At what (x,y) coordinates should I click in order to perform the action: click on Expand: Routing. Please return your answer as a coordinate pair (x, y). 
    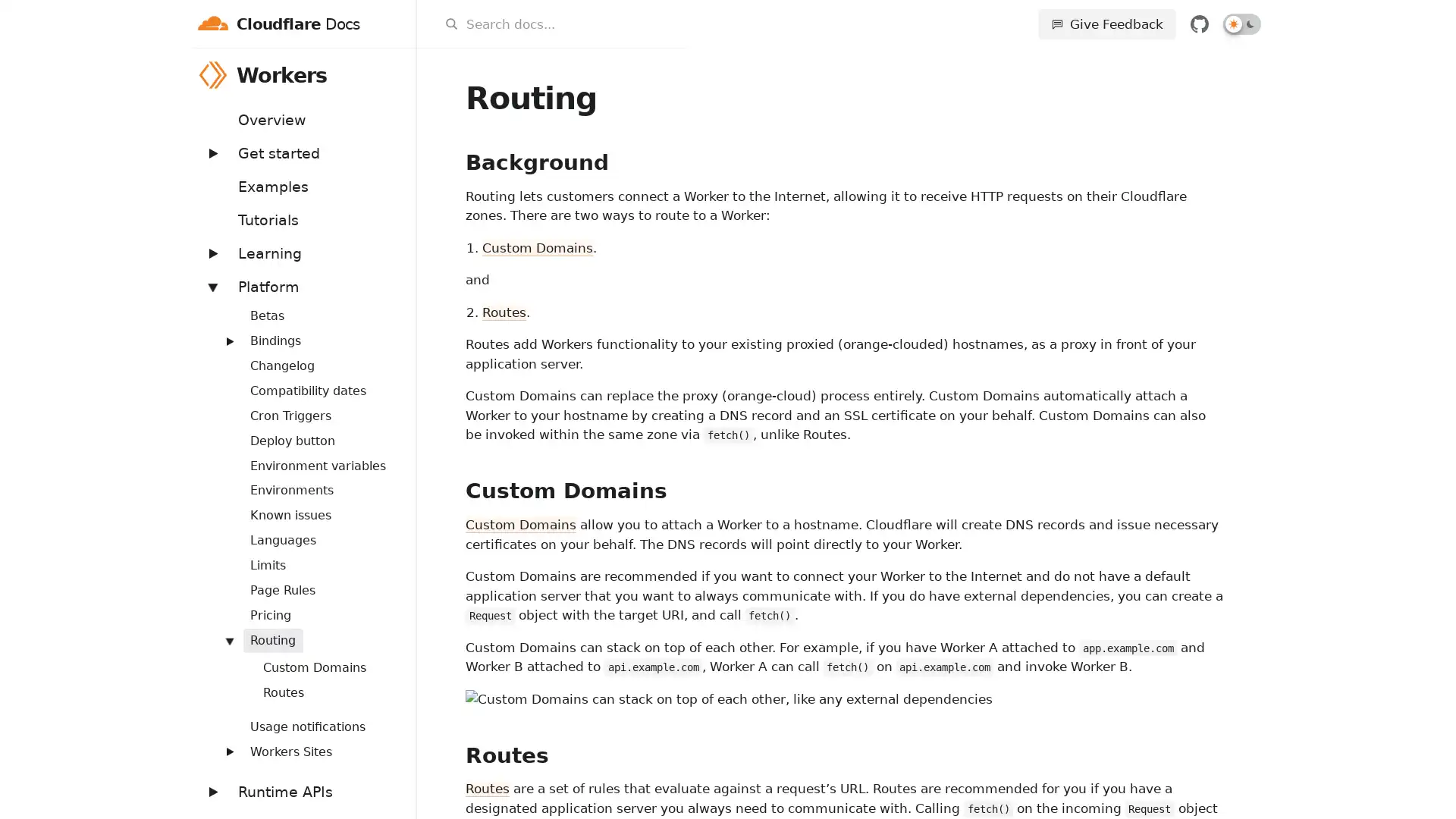
    Looking at the image, I should click on (228, 640).